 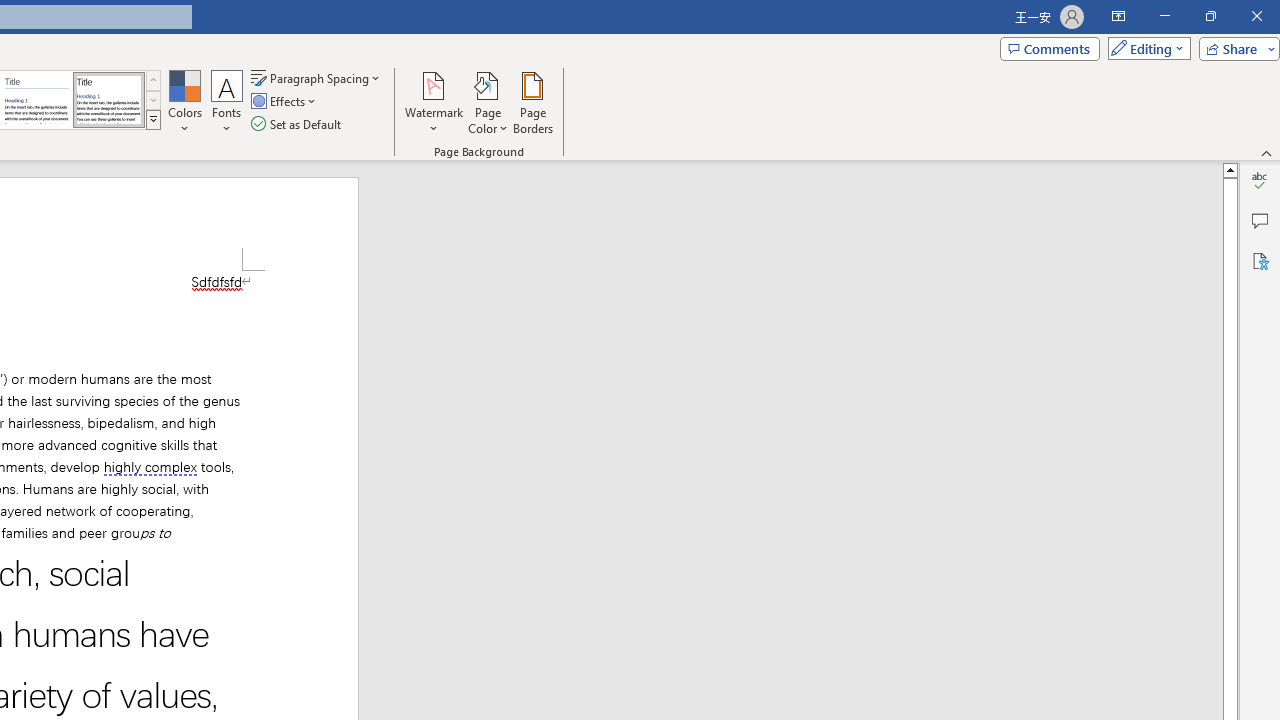 I want to click on 'Style Set', so click(x=152, y=120).